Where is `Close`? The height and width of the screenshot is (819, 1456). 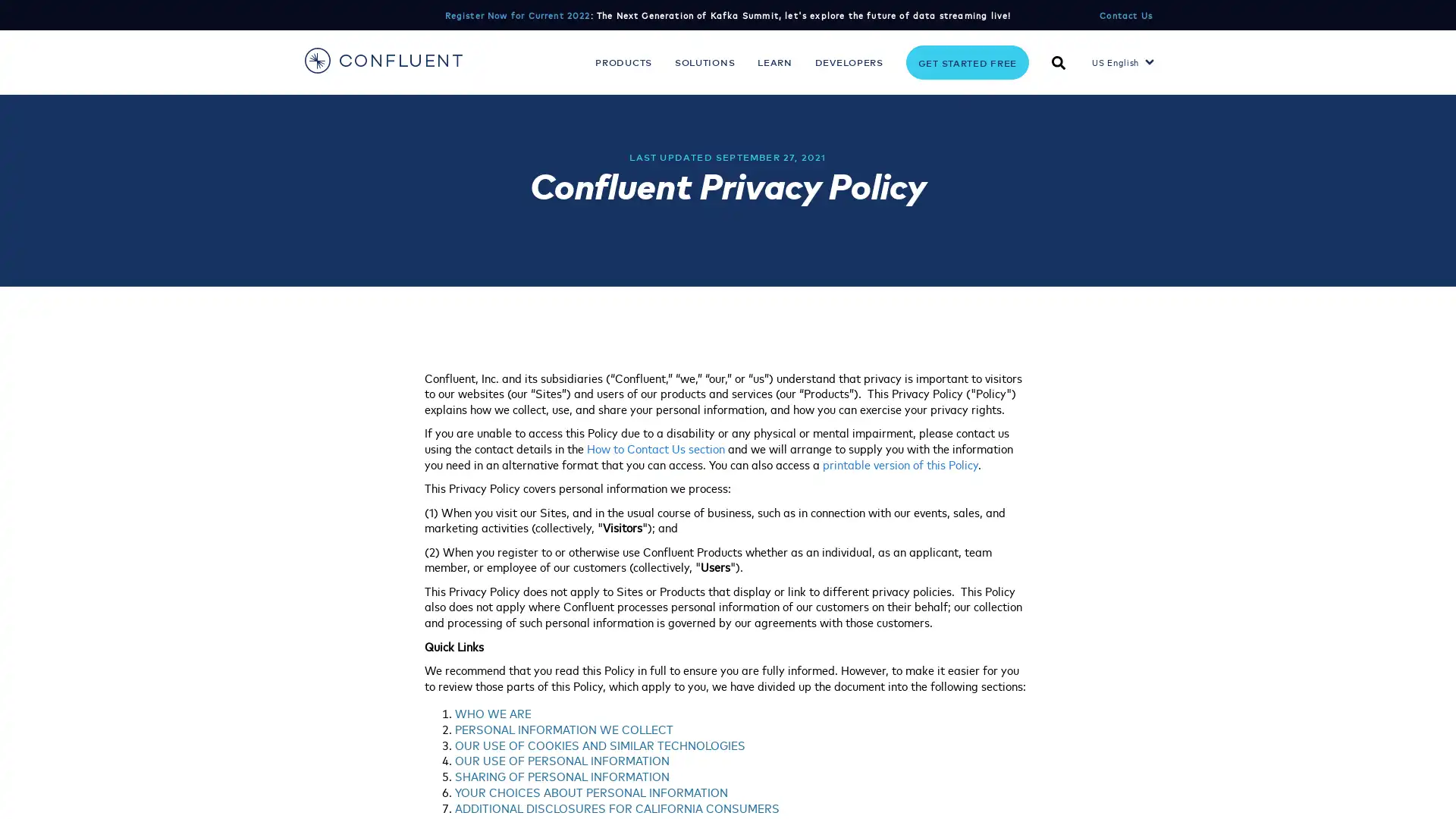 Close is located at coordinates (1430, 784).